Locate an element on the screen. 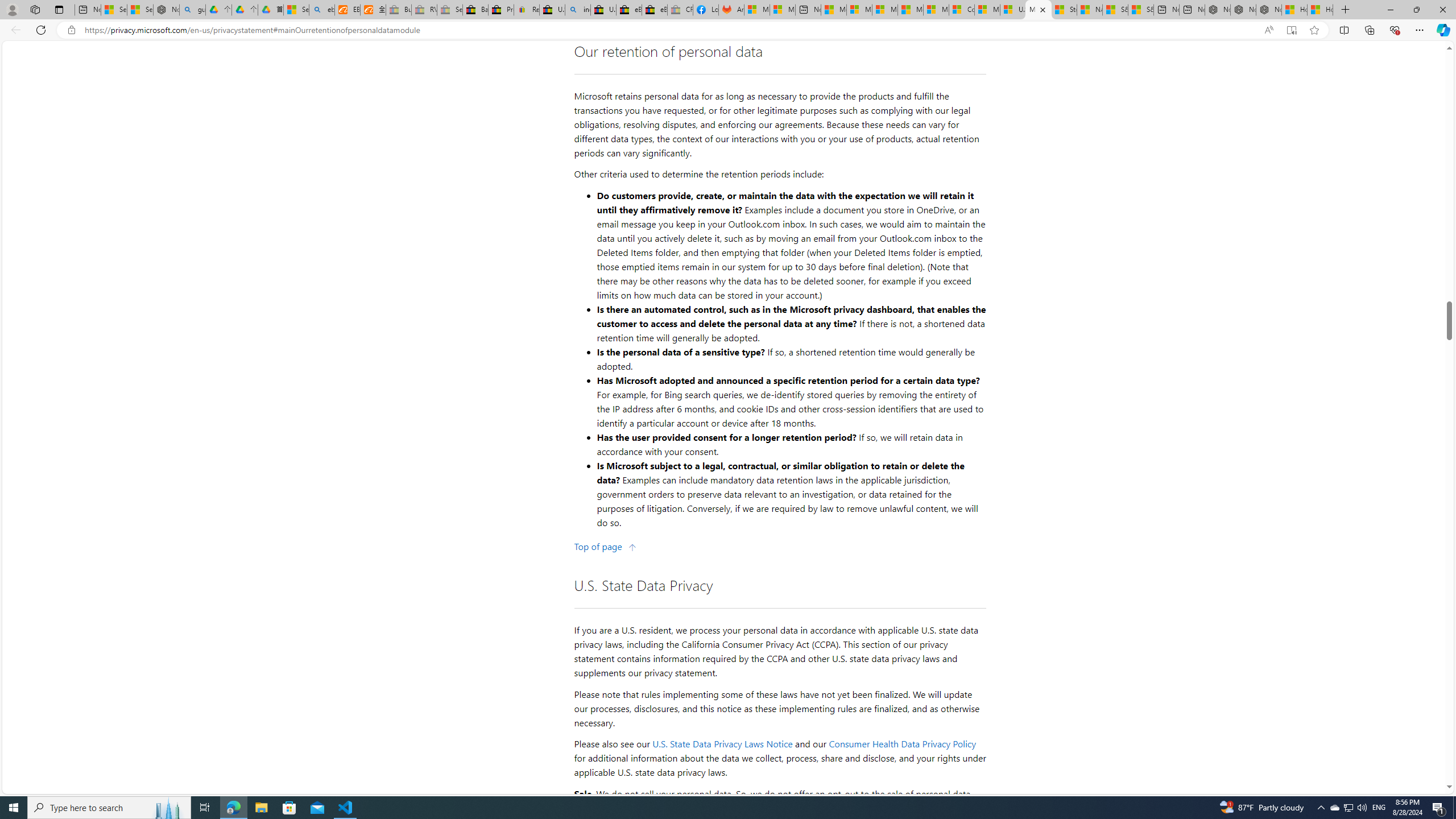 The height and width of the screenshot is (819, 1456). 'Press Room - eBay Inc.' is located at coordinates (500, 9).